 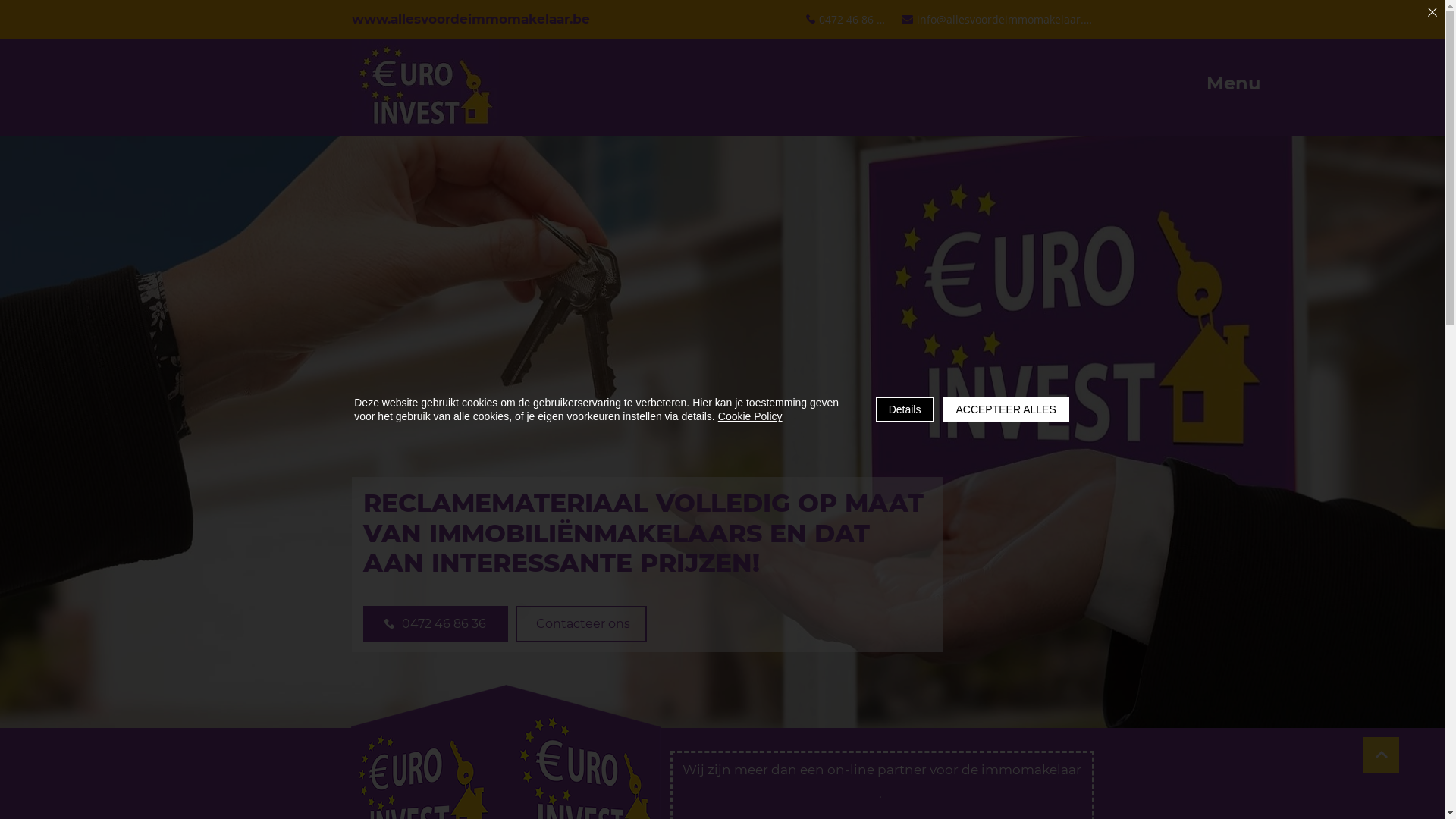 What do you see at coordinates (516, 623) in the screenshot?
I see `'Contacteer ons'` at bounding box center [516, 623].